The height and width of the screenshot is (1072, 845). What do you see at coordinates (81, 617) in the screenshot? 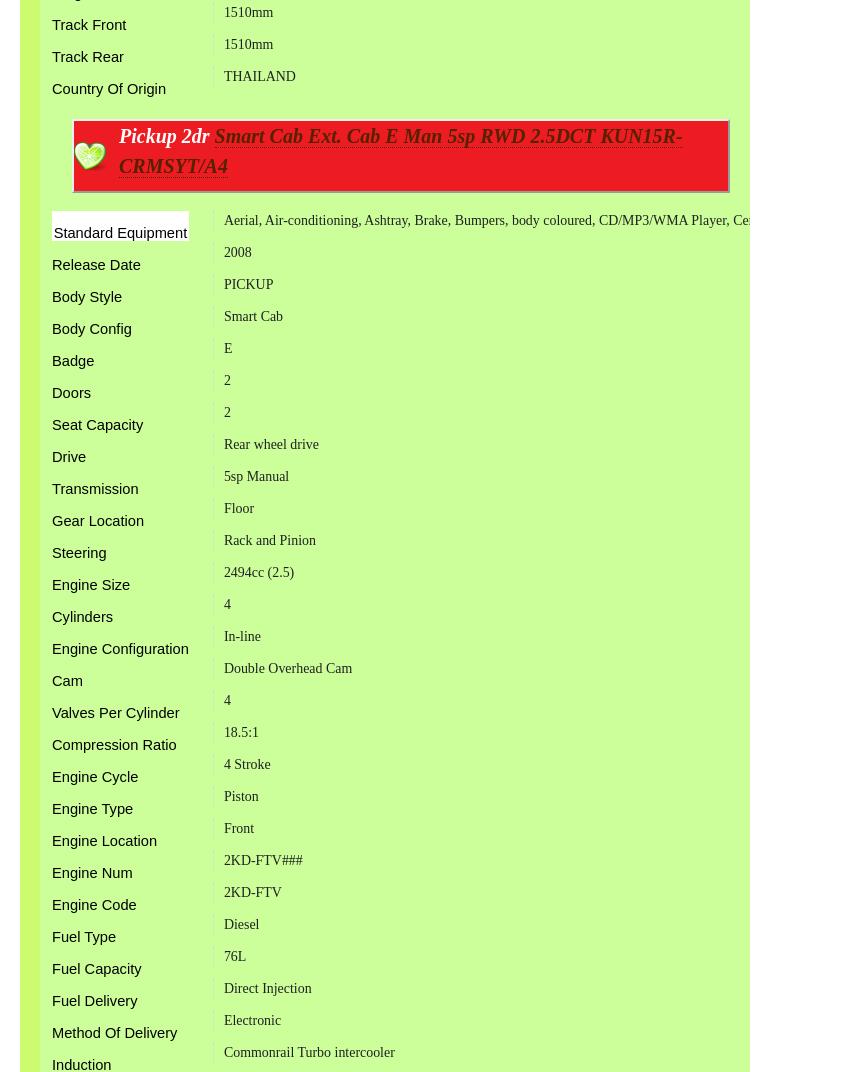
I see `'Cylinders'` at bounding box center [81, 617].